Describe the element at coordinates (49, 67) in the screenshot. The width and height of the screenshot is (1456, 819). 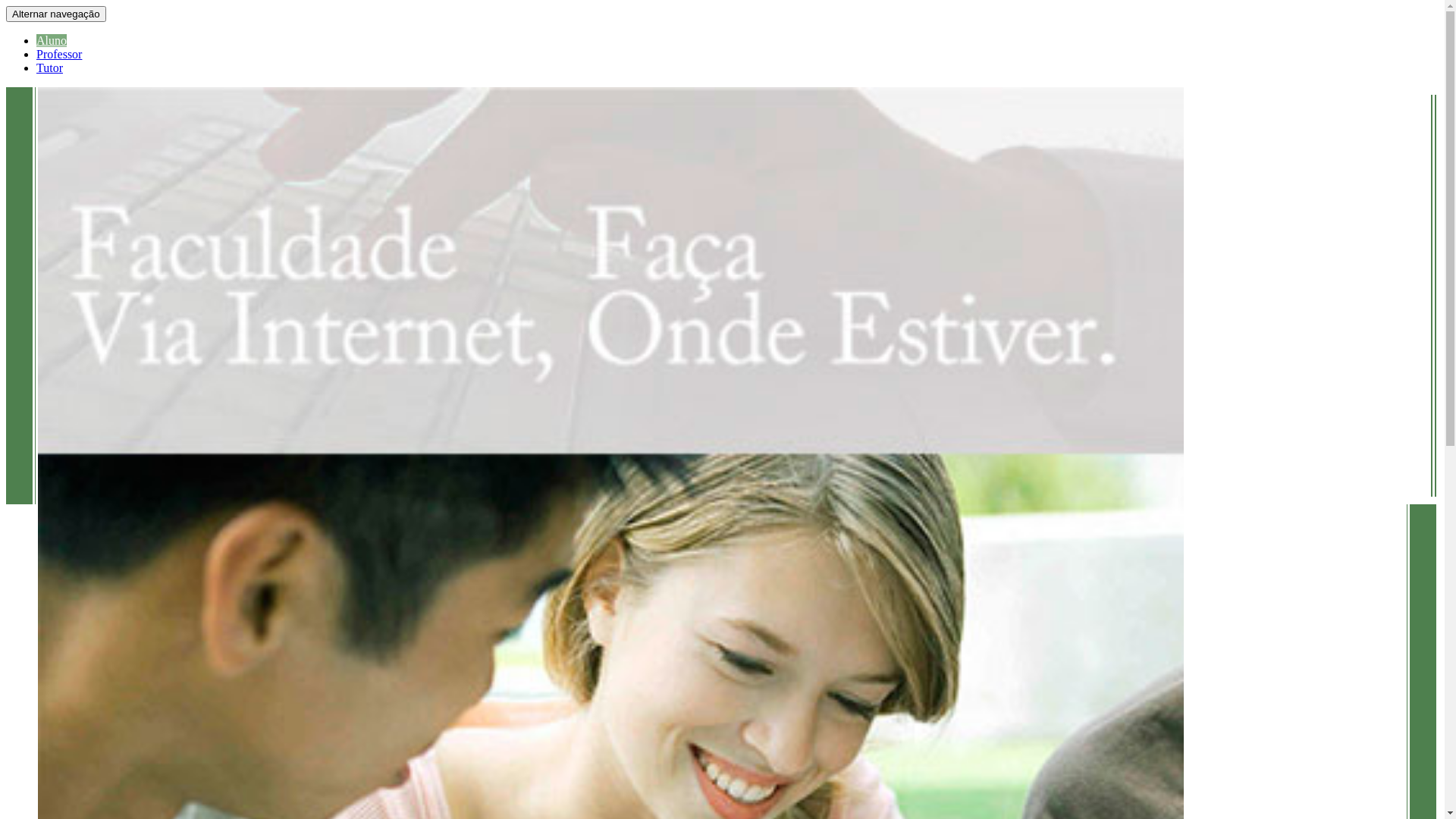
I see `'Tutor'` at that location.